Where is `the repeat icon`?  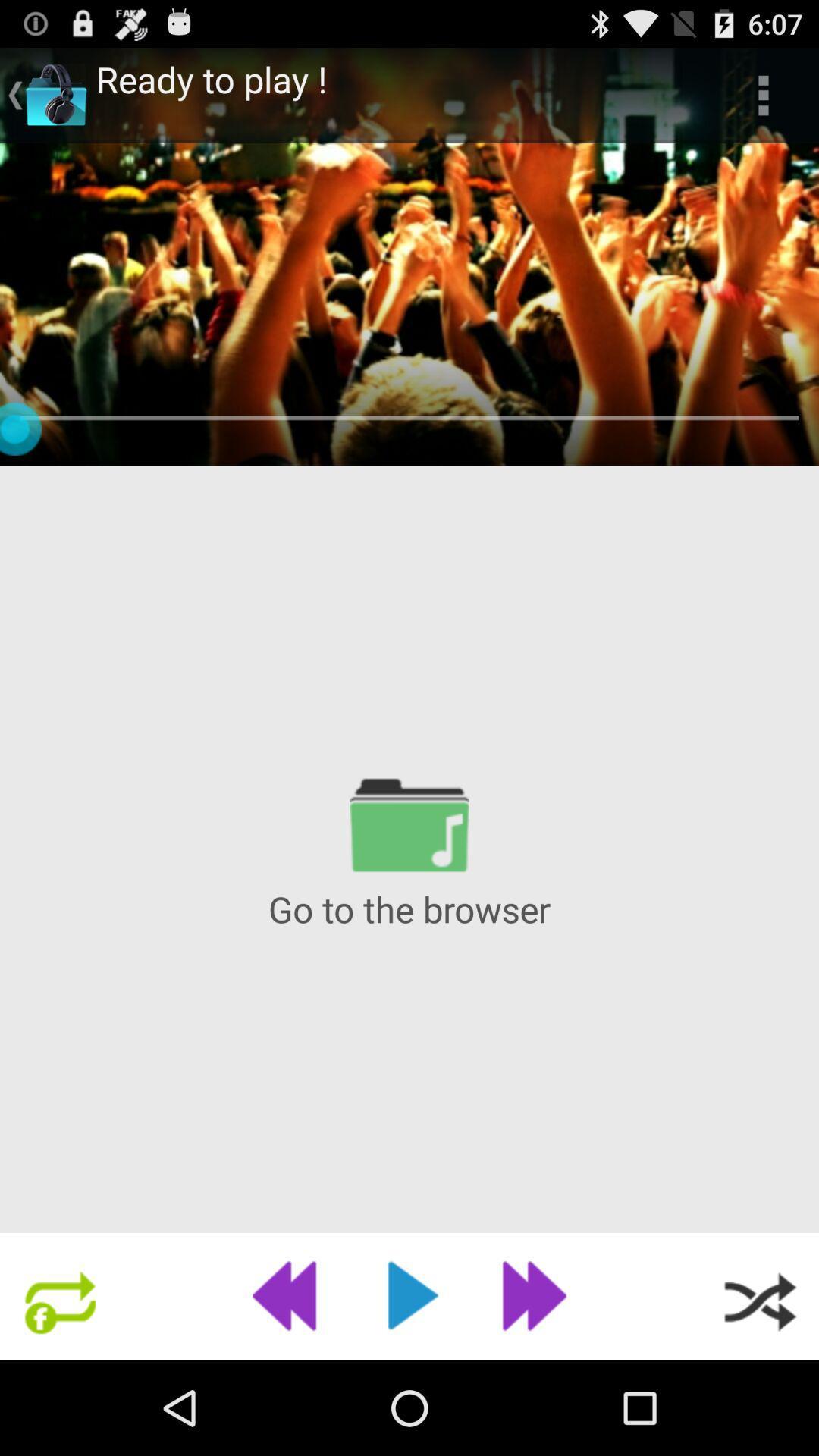 the repeat icon is located at coordinates (58, 1388).